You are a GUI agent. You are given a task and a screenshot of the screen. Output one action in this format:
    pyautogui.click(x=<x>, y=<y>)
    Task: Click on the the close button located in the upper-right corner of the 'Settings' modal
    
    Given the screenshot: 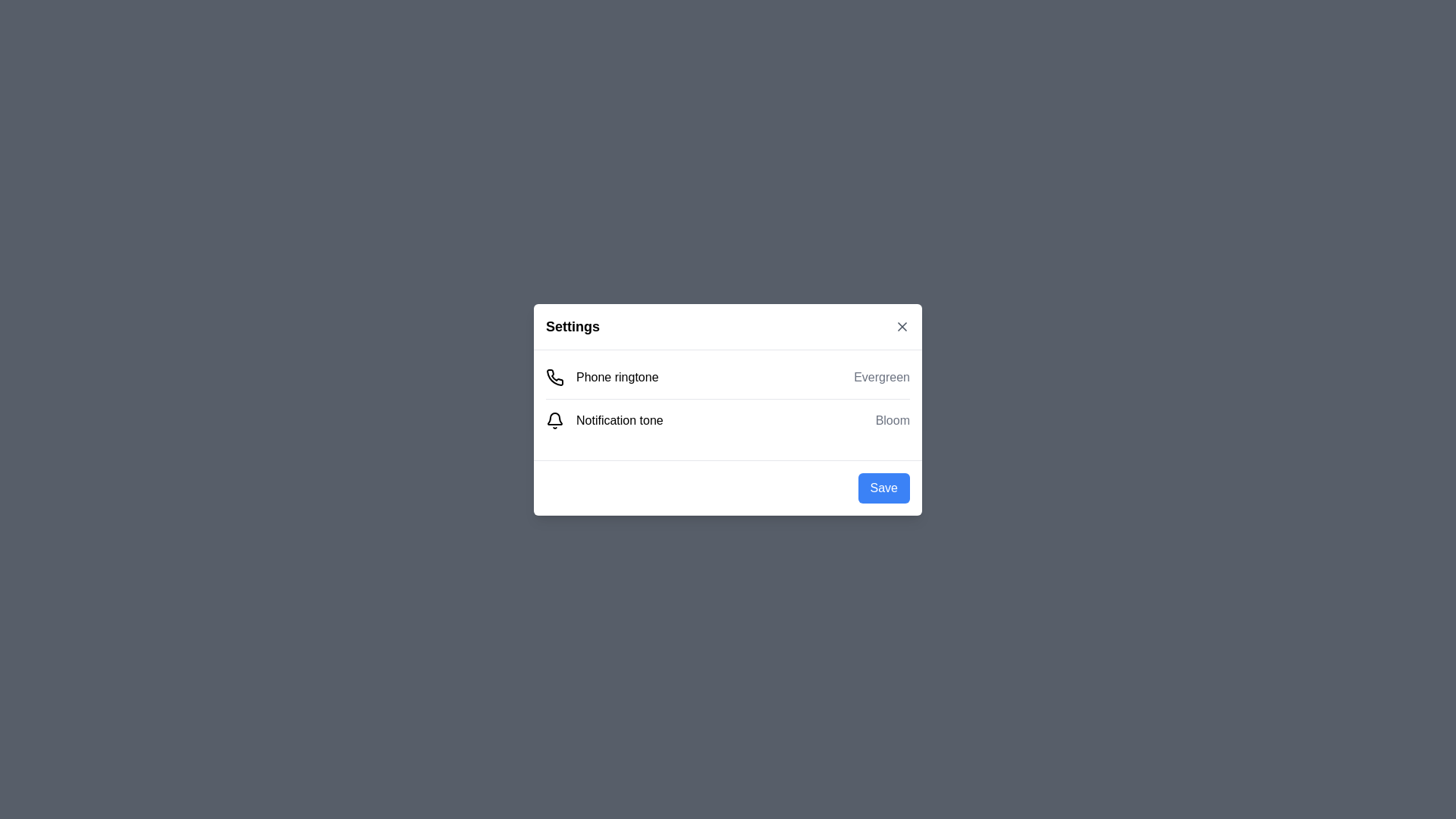 What is the action you would take?
    pyautogui.click(x=902, y=325)
    